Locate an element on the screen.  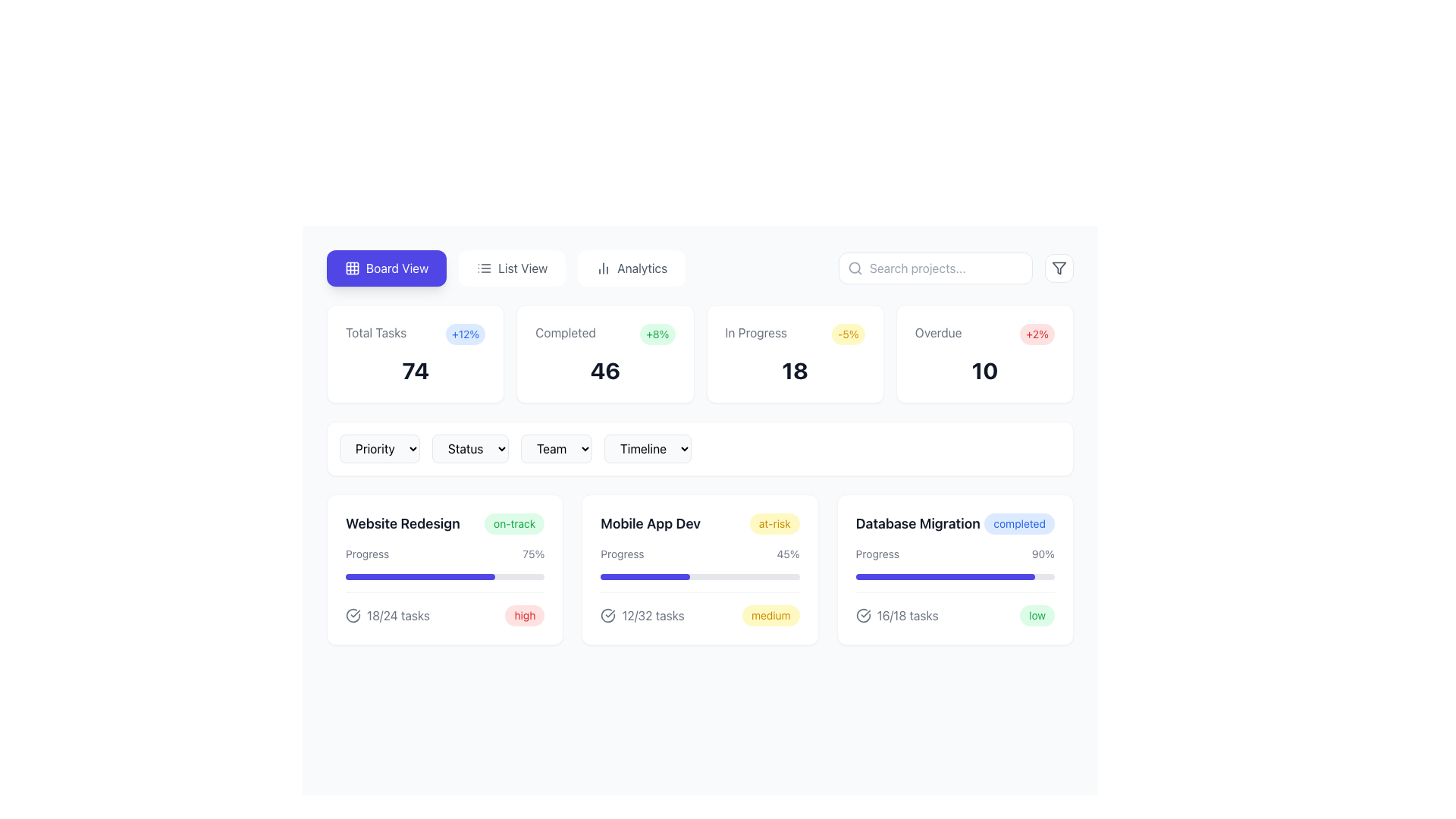
the displayed text '16/18 tasks' in the Data display component located at the bottom right corner of the 'Database Migration' card, adjacent to the label 'low' is located at coordinates (897, 616).